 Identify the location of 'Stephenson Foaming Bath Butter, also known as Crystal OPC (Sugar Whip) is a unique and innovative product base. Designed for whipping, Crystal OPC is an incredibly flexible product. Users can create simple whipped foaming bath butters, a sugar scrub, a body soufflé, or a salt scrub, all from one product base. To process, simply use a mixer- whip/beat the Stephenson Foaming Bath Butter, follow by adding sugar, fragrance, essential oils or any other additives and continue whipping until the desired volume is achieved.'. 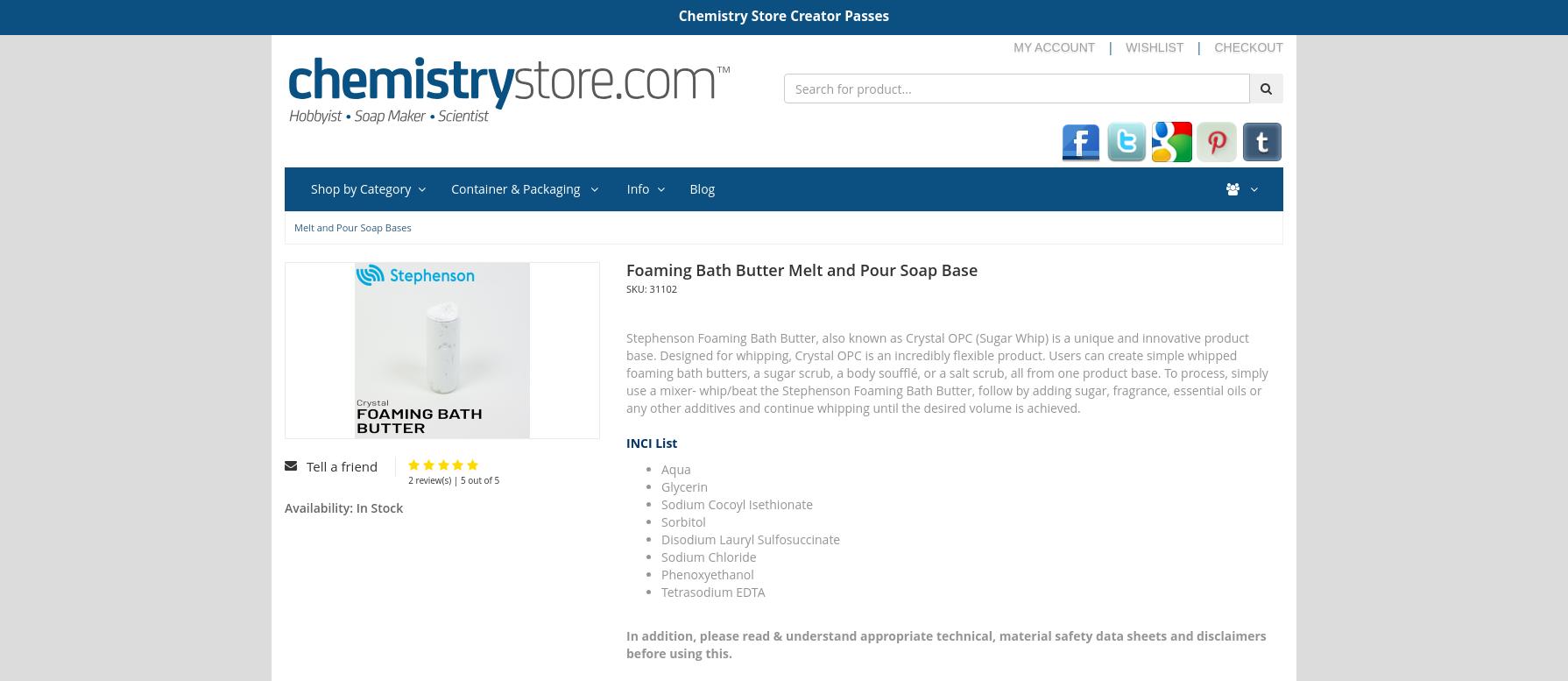
(946, 371).